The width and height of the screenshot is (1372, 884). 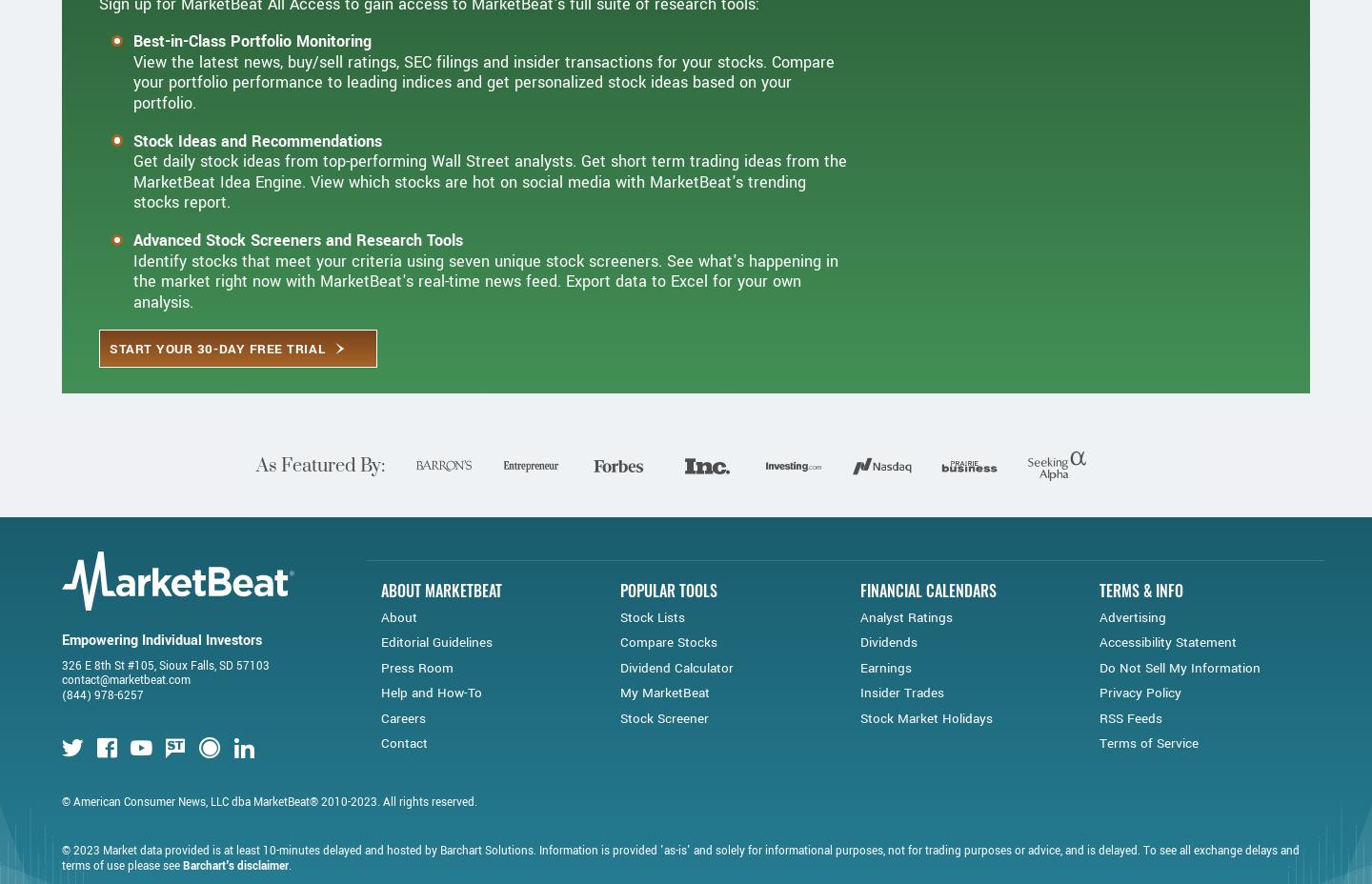 I want to click on 'Careers', so click(x=403, y=779).